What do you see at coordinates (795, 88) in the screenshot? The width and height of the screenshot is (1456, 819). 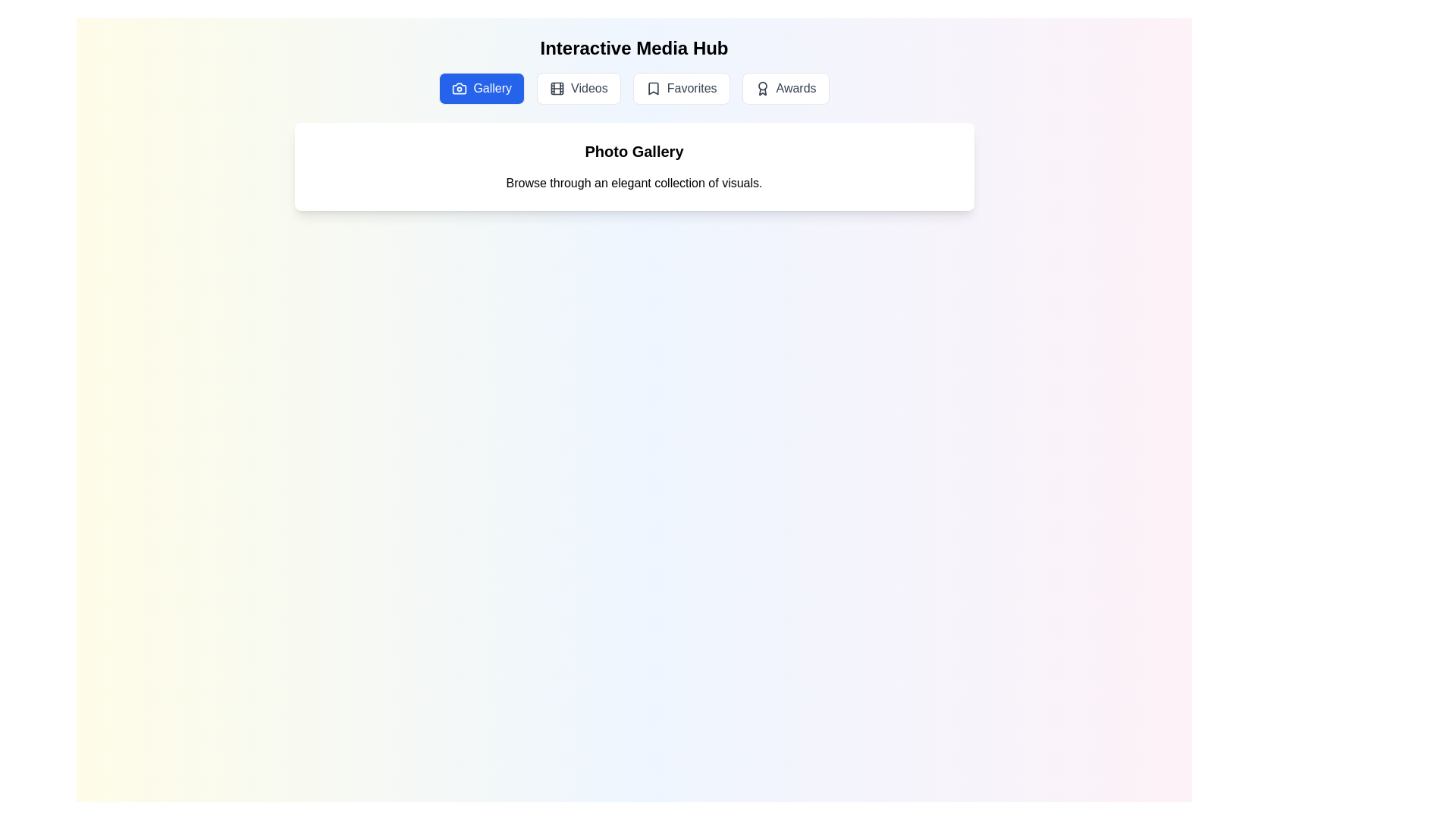 I see `the text label that displays the word 'Awards', which is located in the fourth position from the left on the main navigation bar, adjacent to an award ribbon icon` at bounding box center [795, 88].